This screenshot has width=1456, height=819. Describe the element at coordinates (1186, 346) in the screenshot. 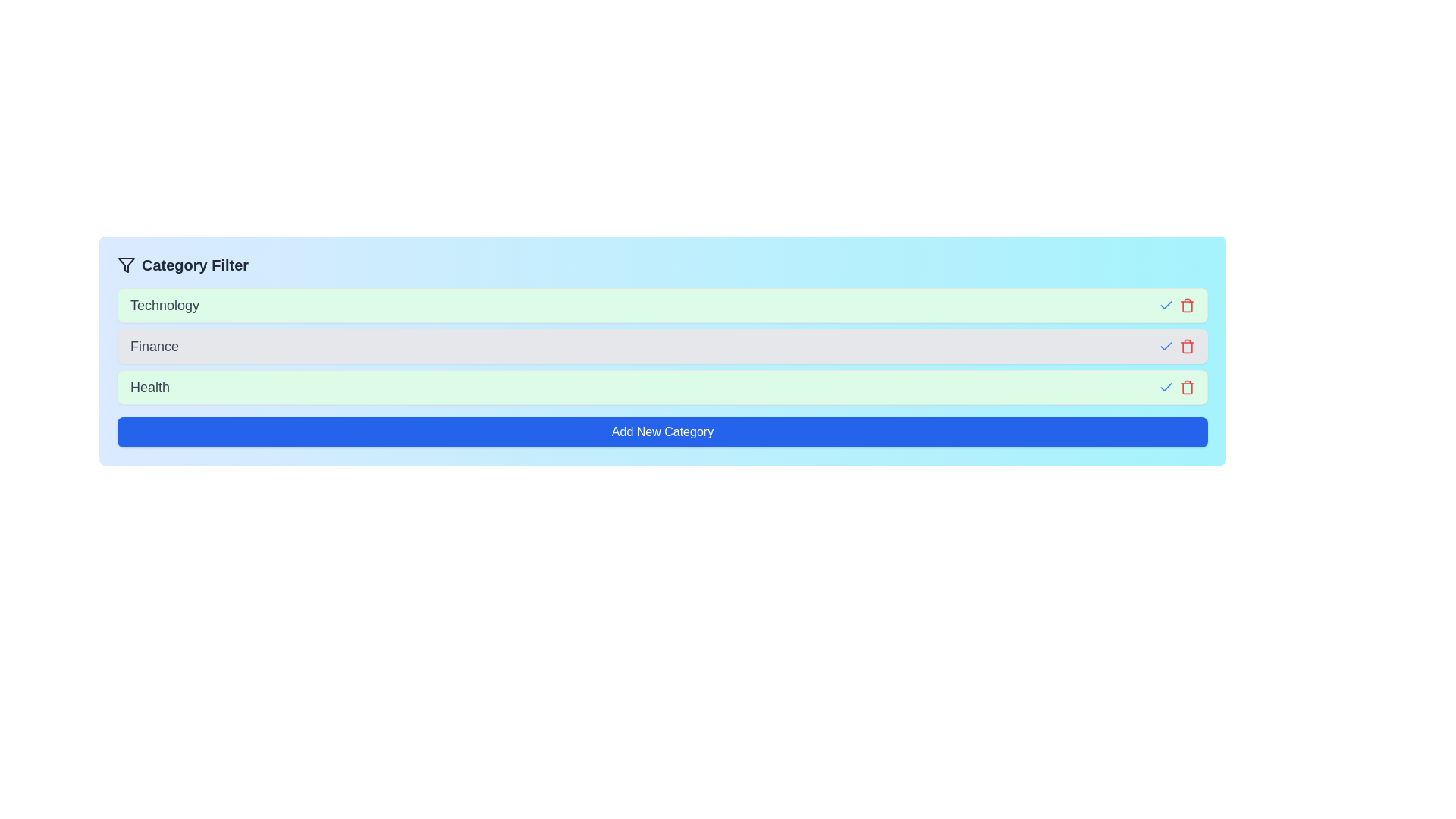

I see `the trash icon next to the category Finance to remove it` at that location.